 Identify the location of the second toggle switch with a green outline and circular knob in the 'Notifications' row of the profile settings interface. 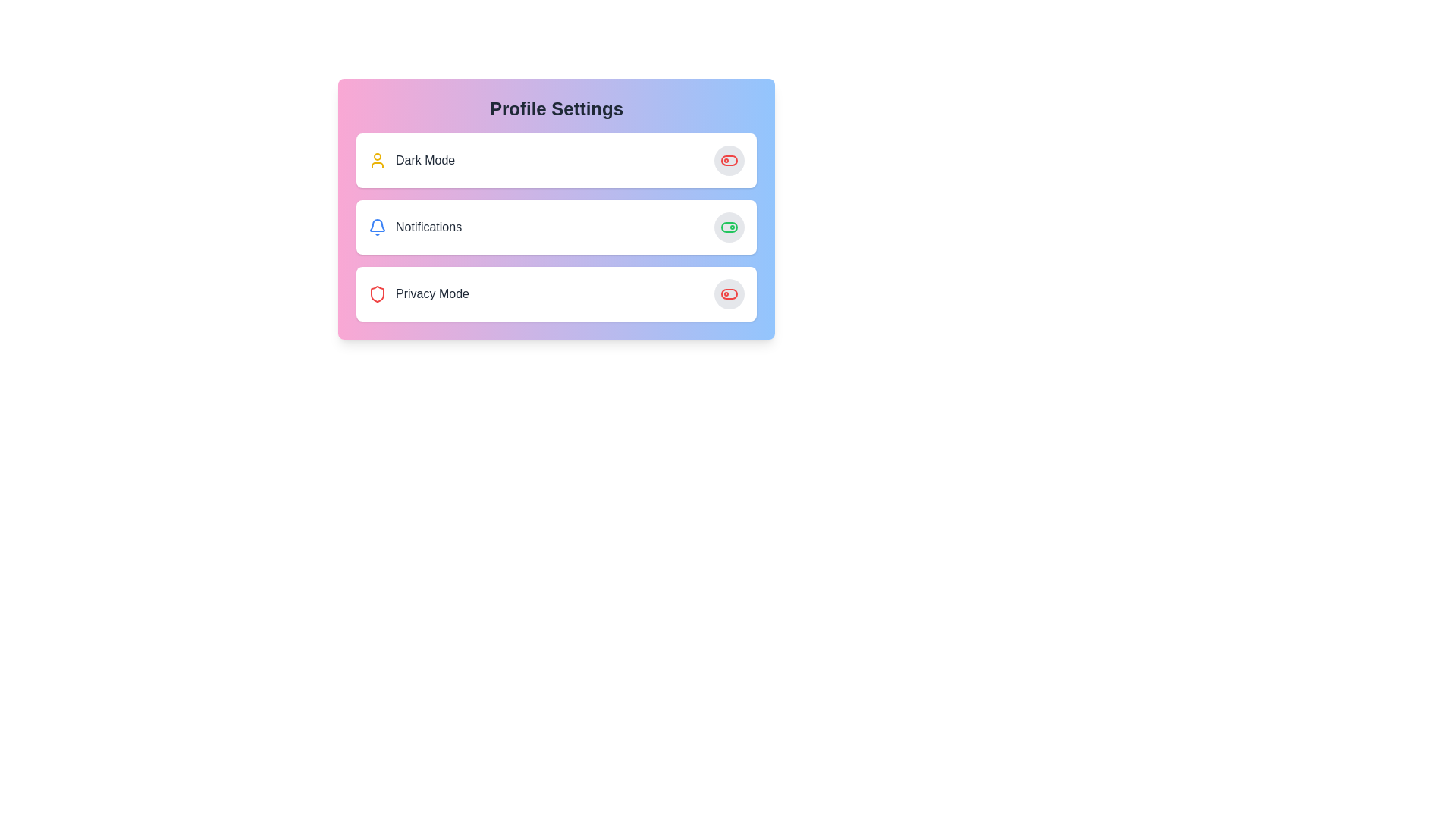
(729, 227).